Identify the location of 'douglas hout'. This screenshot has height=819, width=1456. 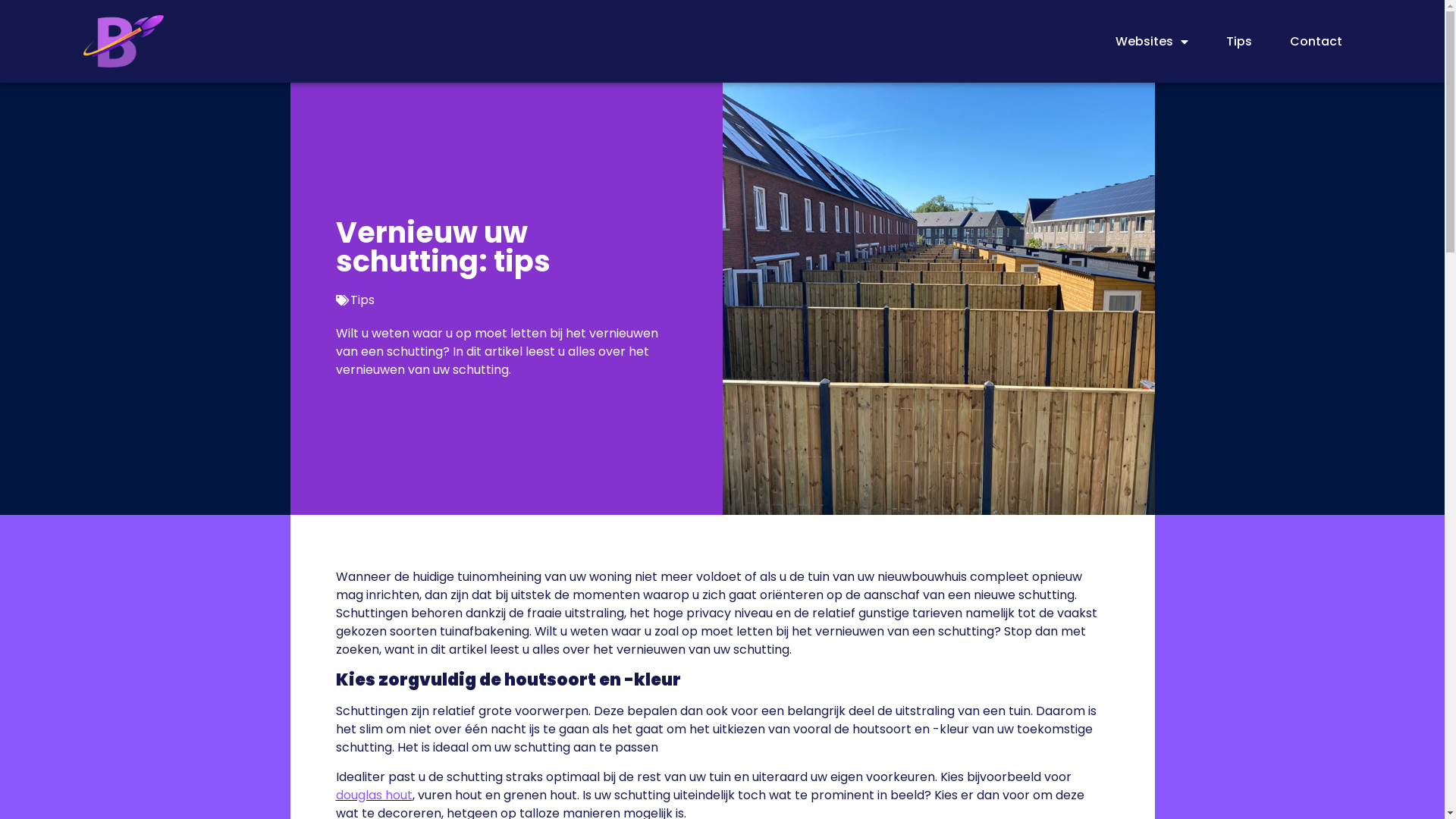
(373, 794).